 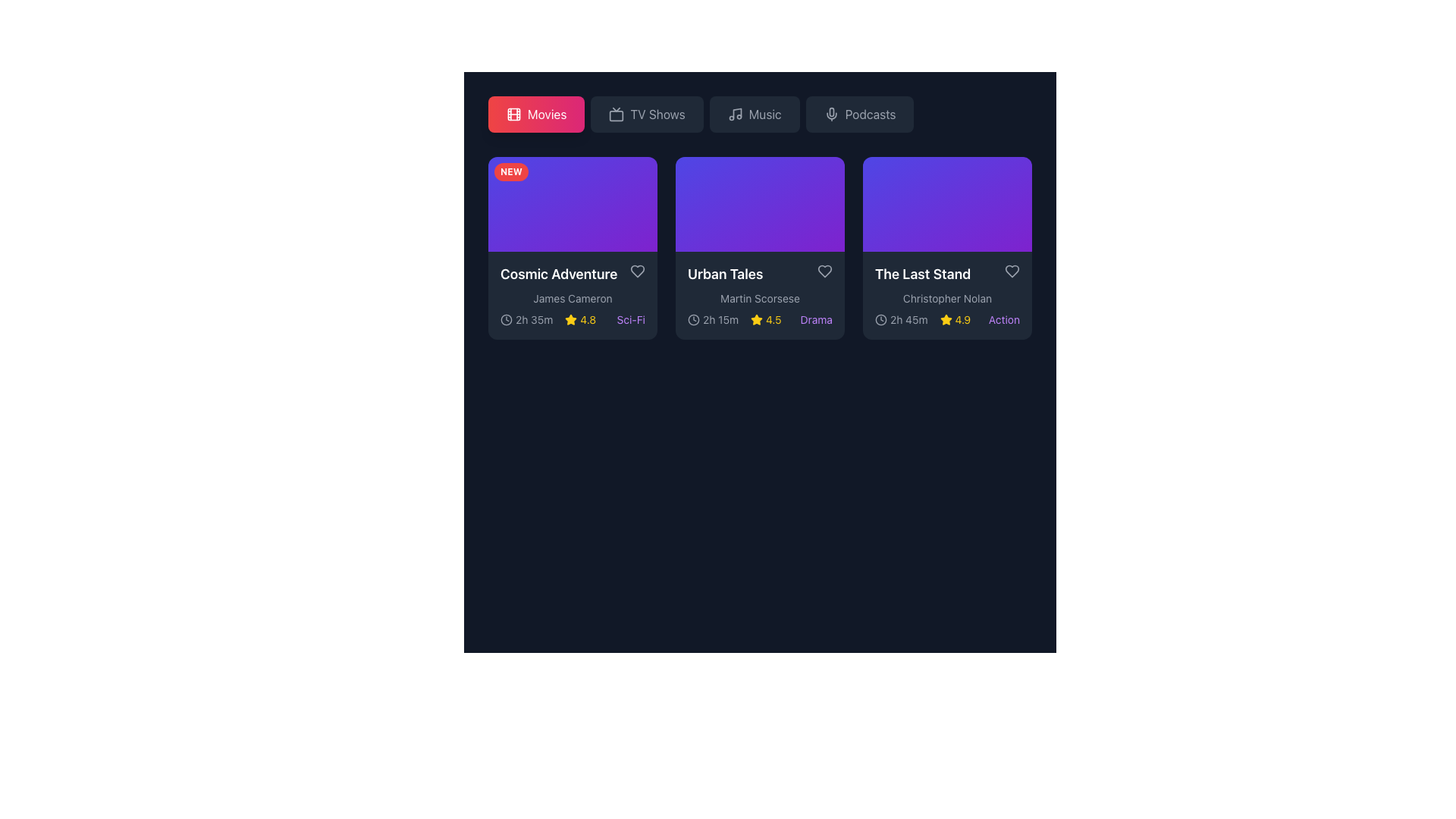 I want to click on the heart-shaped outlined icon located in the lower right corner of the 'The Last Stand' movie card, so click(x=1012, y=271).